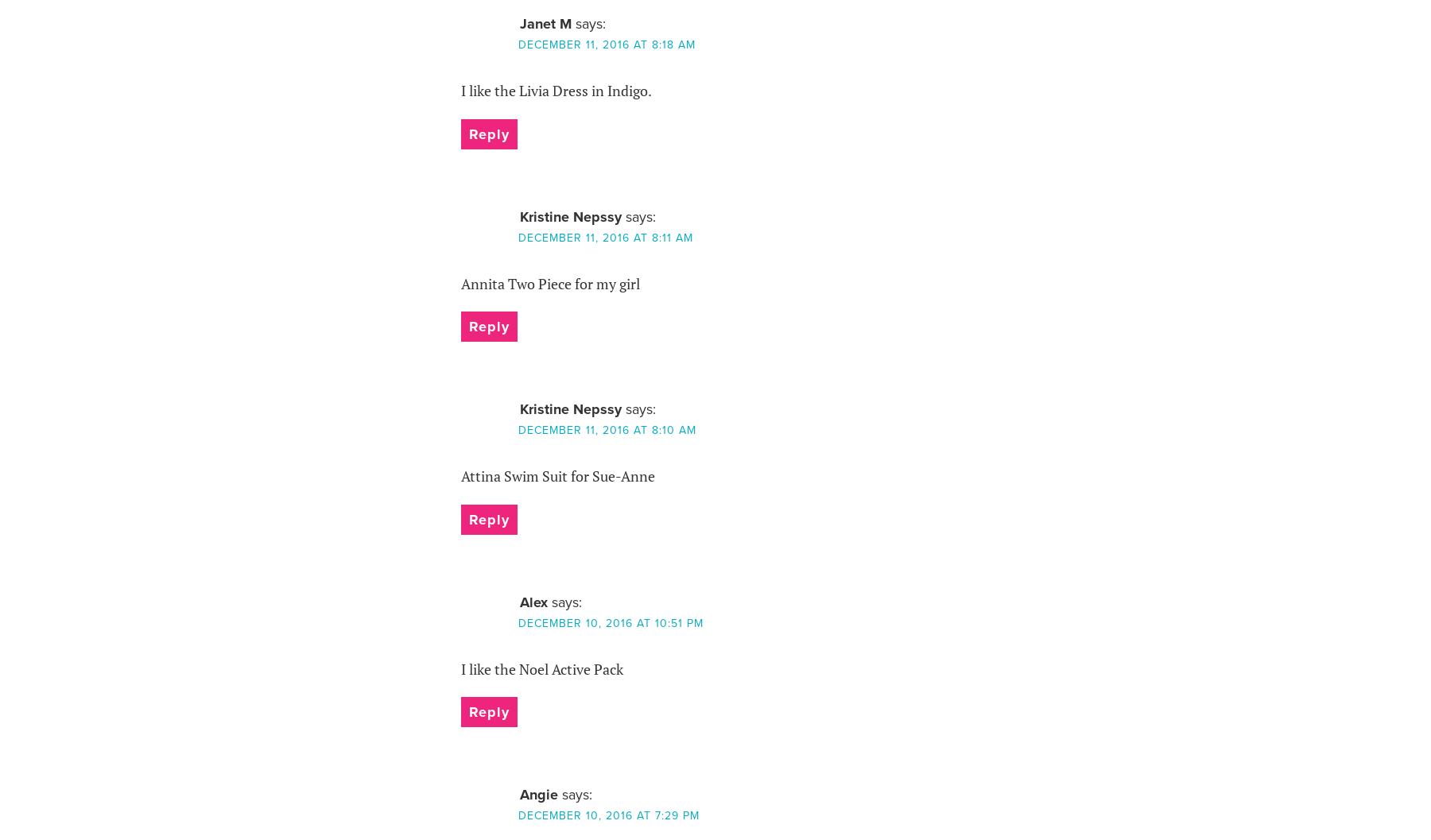 The image size is (1431, 840). Describe the element at coordinates (554, 90) in the screenshot. I see `'I like the Livia Dress in Indigo.'` at that location.